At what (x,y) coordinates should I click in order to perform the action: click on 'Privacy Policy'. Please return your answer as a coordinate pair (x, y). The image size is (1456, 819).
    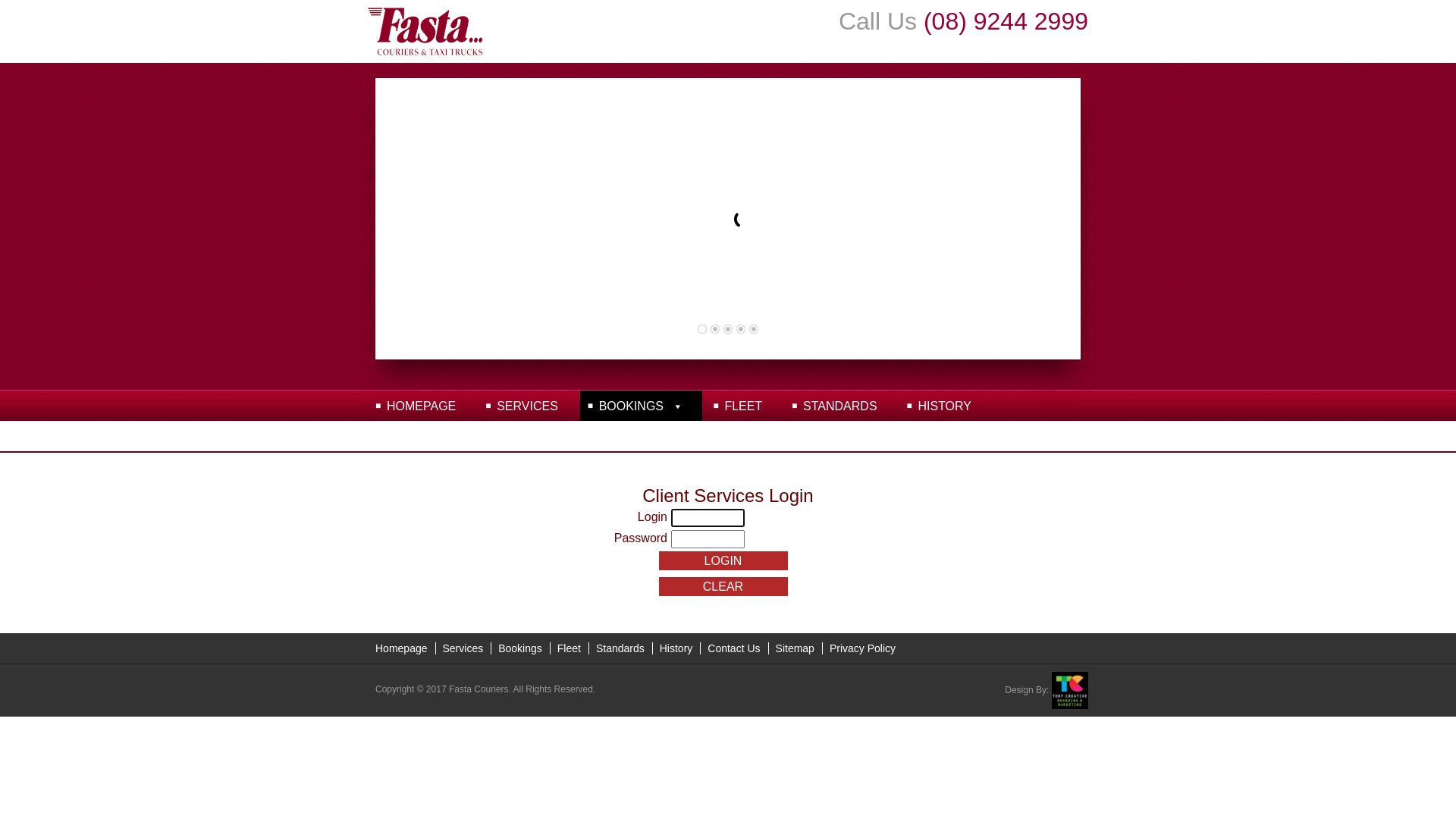
    Looking at the image, I should click on (821, 648).